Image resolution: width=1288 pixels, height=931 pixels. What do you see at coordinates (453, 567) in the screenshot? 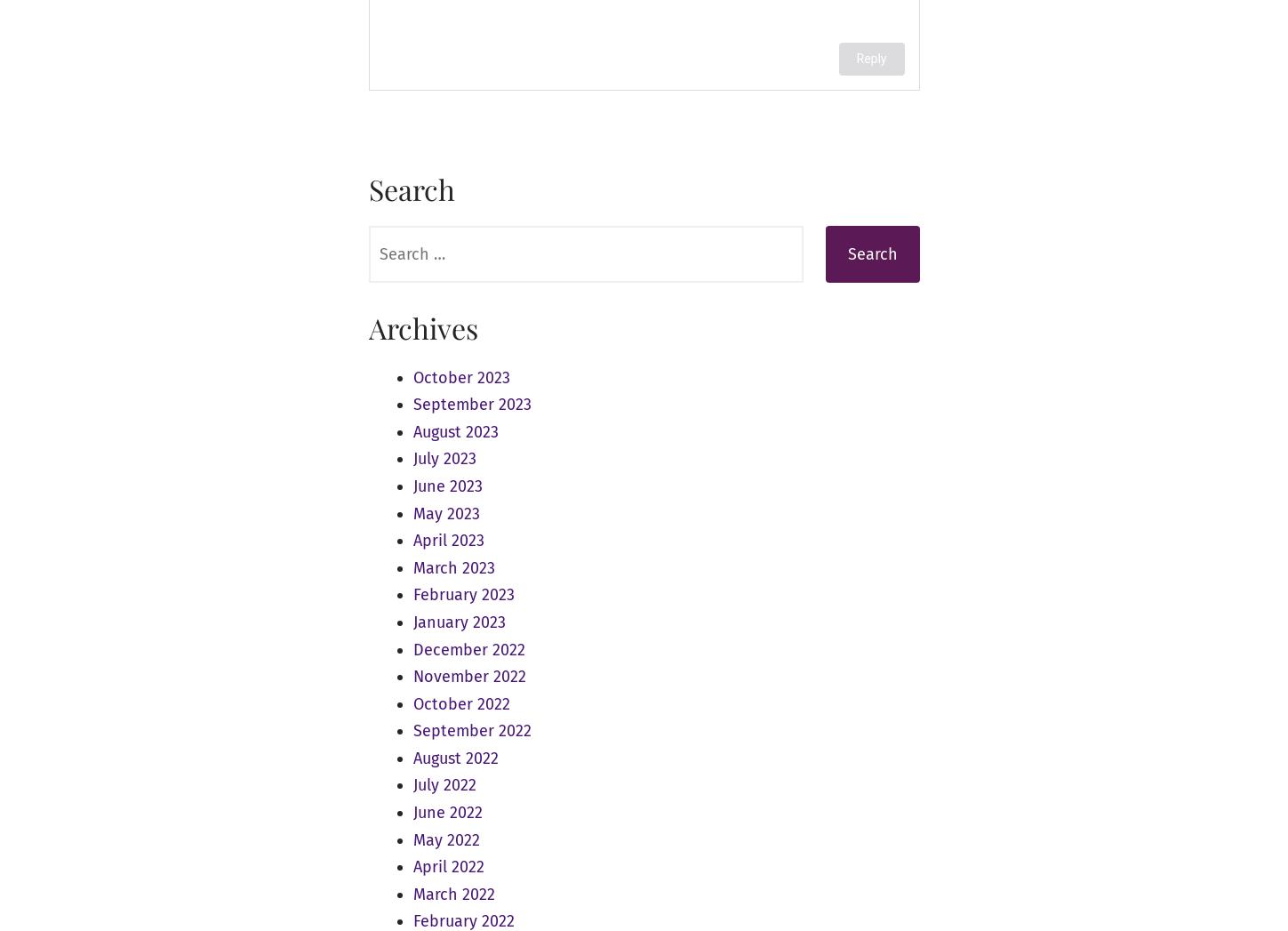
I see `'March 2023'` at bounding box center [453, 567].